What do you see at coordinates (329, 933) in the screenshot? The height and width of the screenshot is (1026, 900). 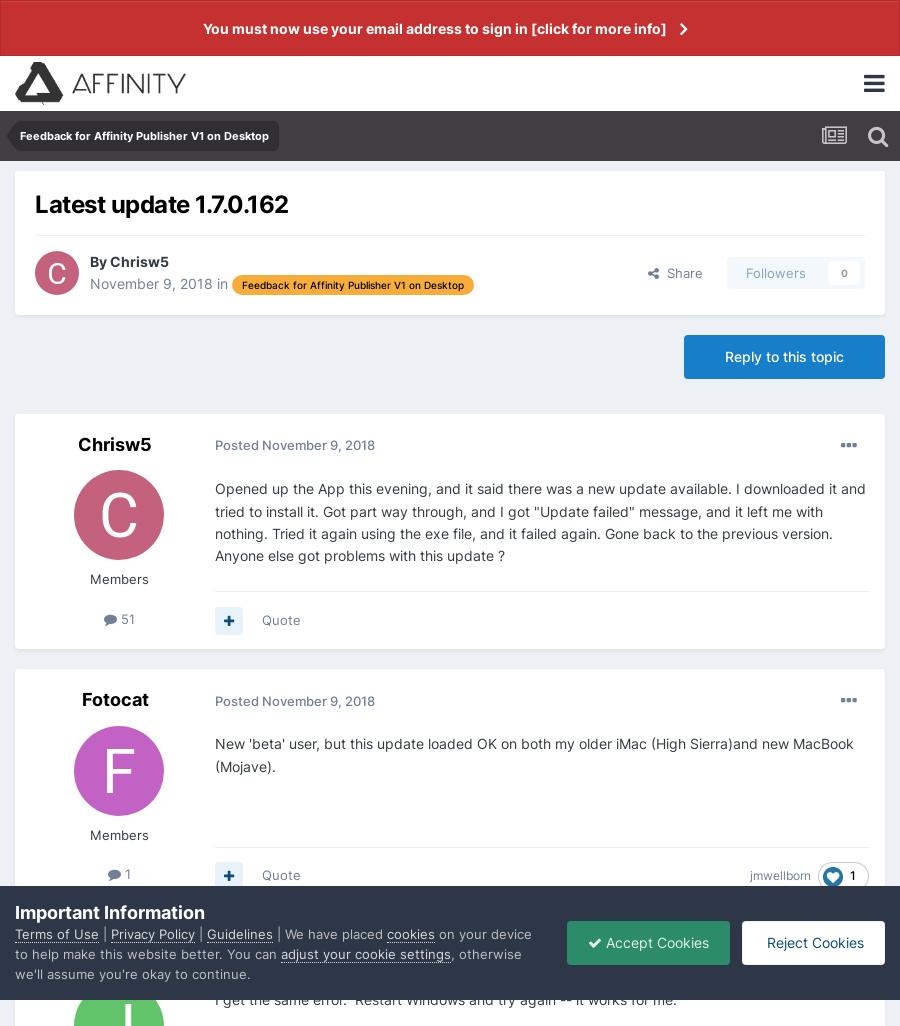 I see `'| We have placed'` at bounding box center [329, 933].